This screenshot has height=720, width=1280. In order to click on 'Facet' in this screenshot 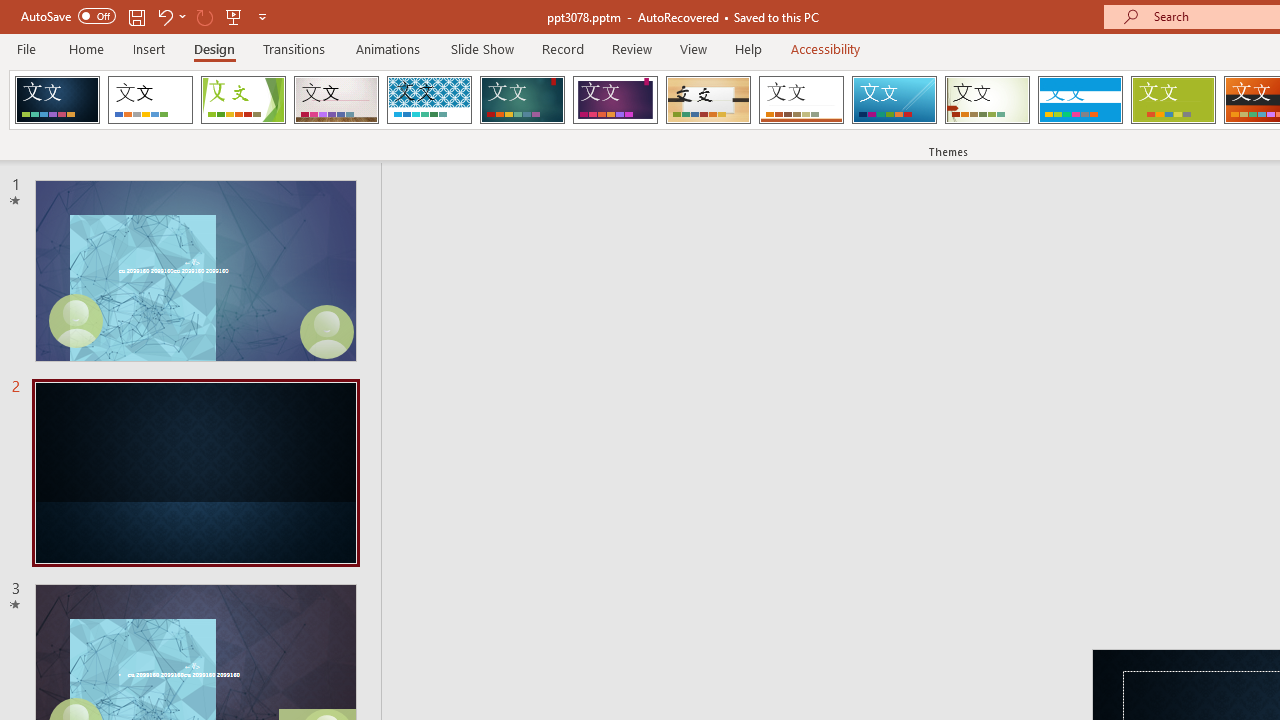, I will do `click(242, 100)`.